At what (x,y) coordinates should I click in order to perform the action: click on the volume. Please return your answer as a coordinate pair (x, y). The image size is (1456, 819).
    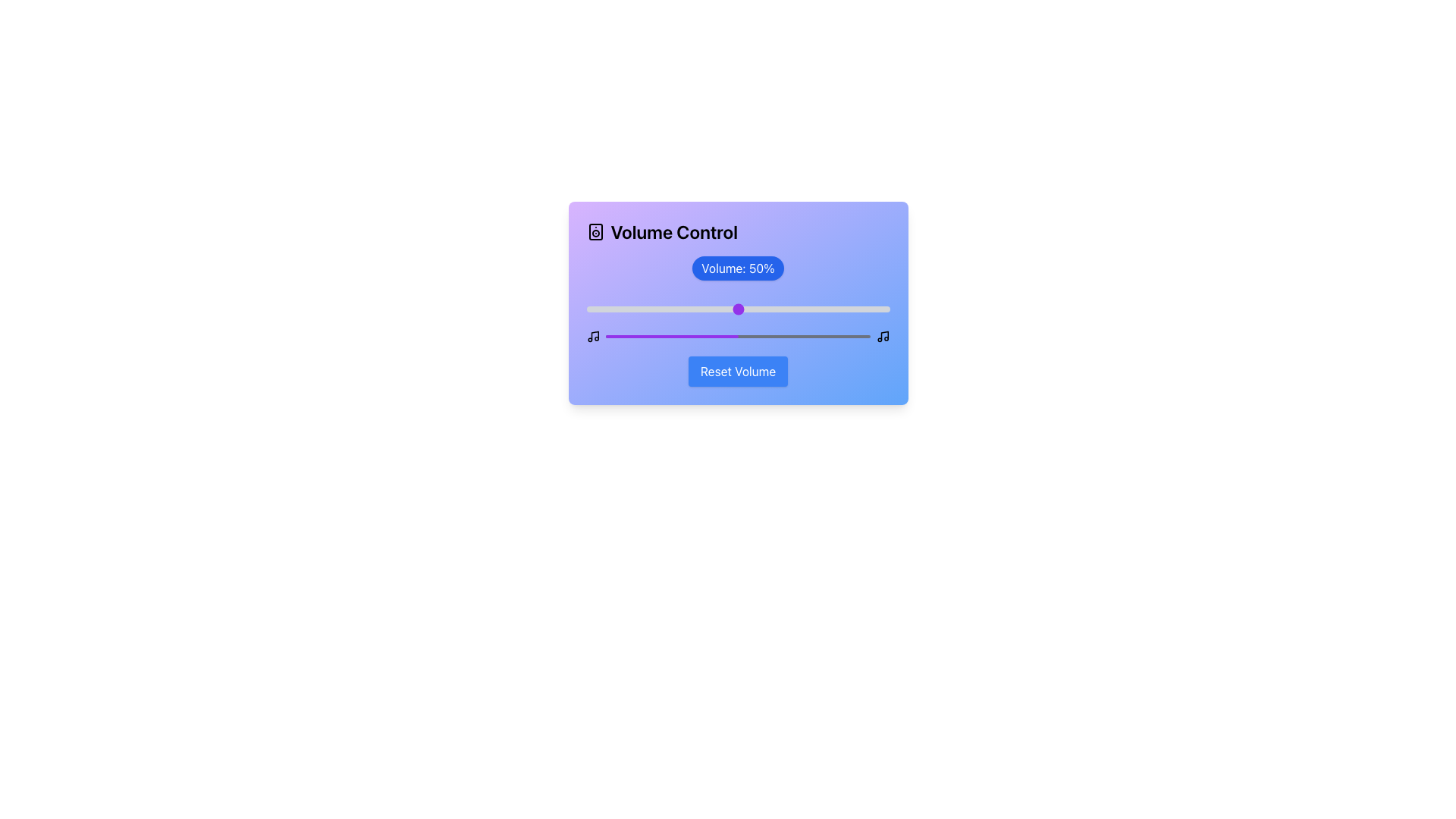
    Looking at the image, I should click on (651, 335).